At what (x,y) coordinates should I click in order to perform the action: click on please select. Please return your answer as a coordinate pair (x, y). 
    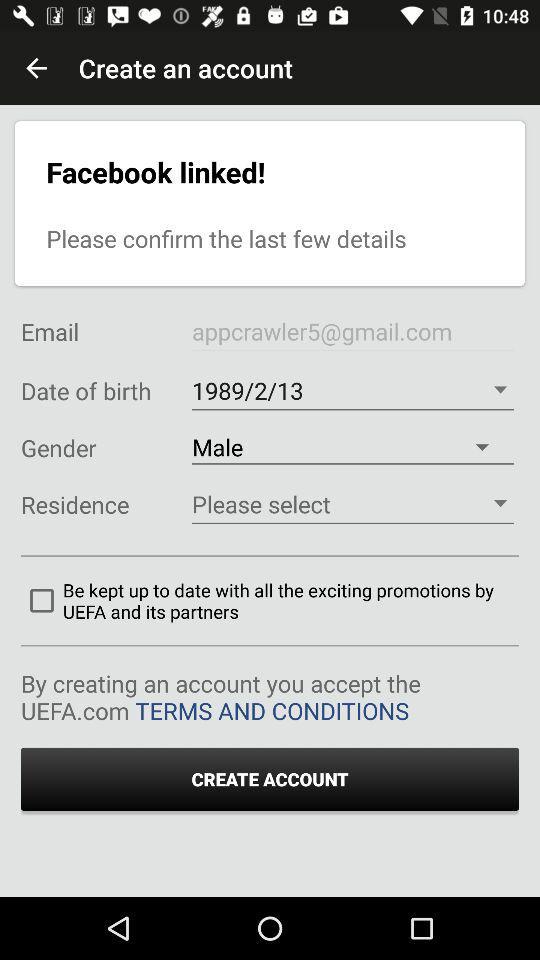
    Looking at the image, I should click on (351, 503).